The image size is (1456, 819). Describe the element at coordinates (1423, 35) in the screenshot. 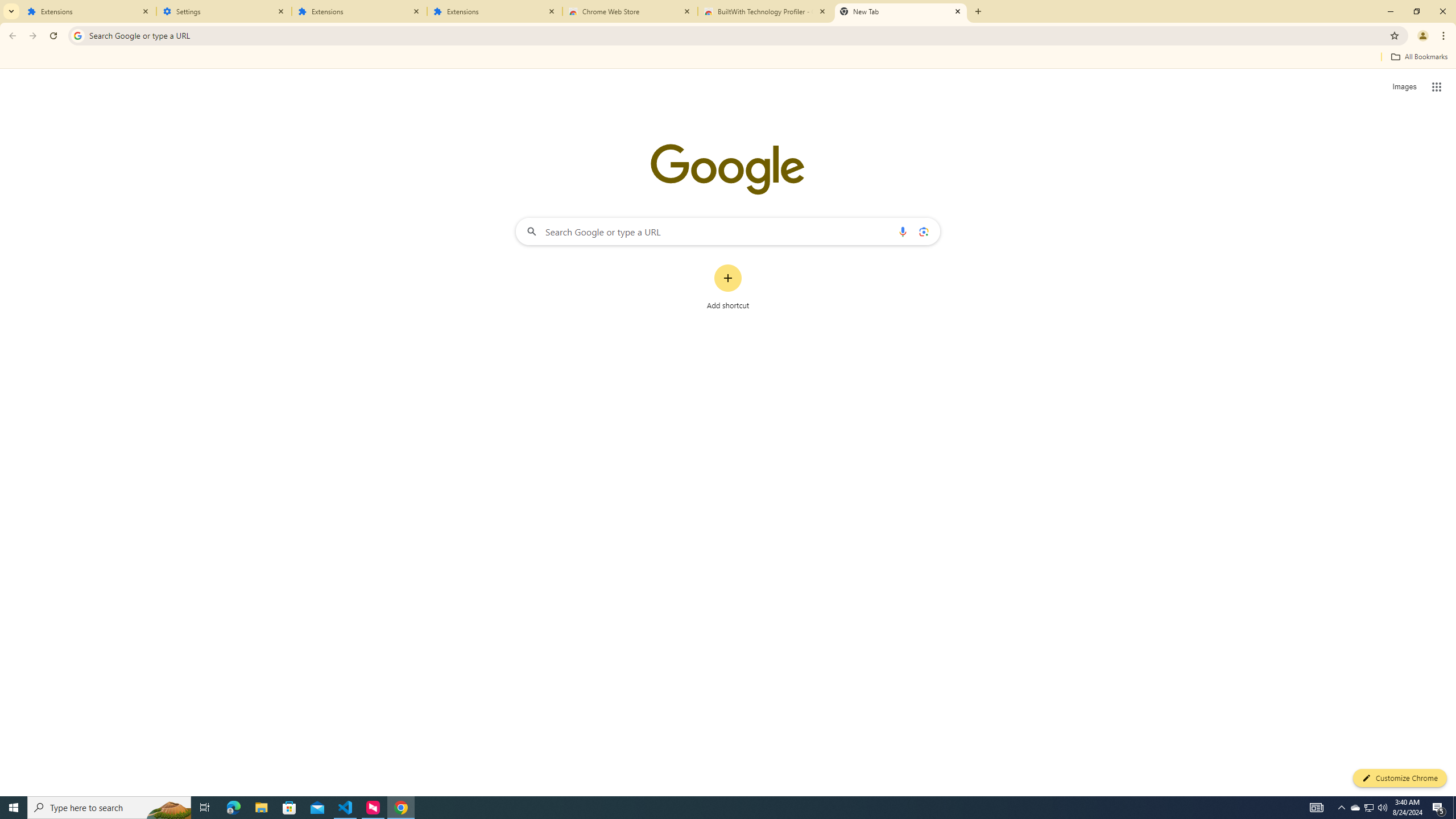

I see `'You'` at that location.